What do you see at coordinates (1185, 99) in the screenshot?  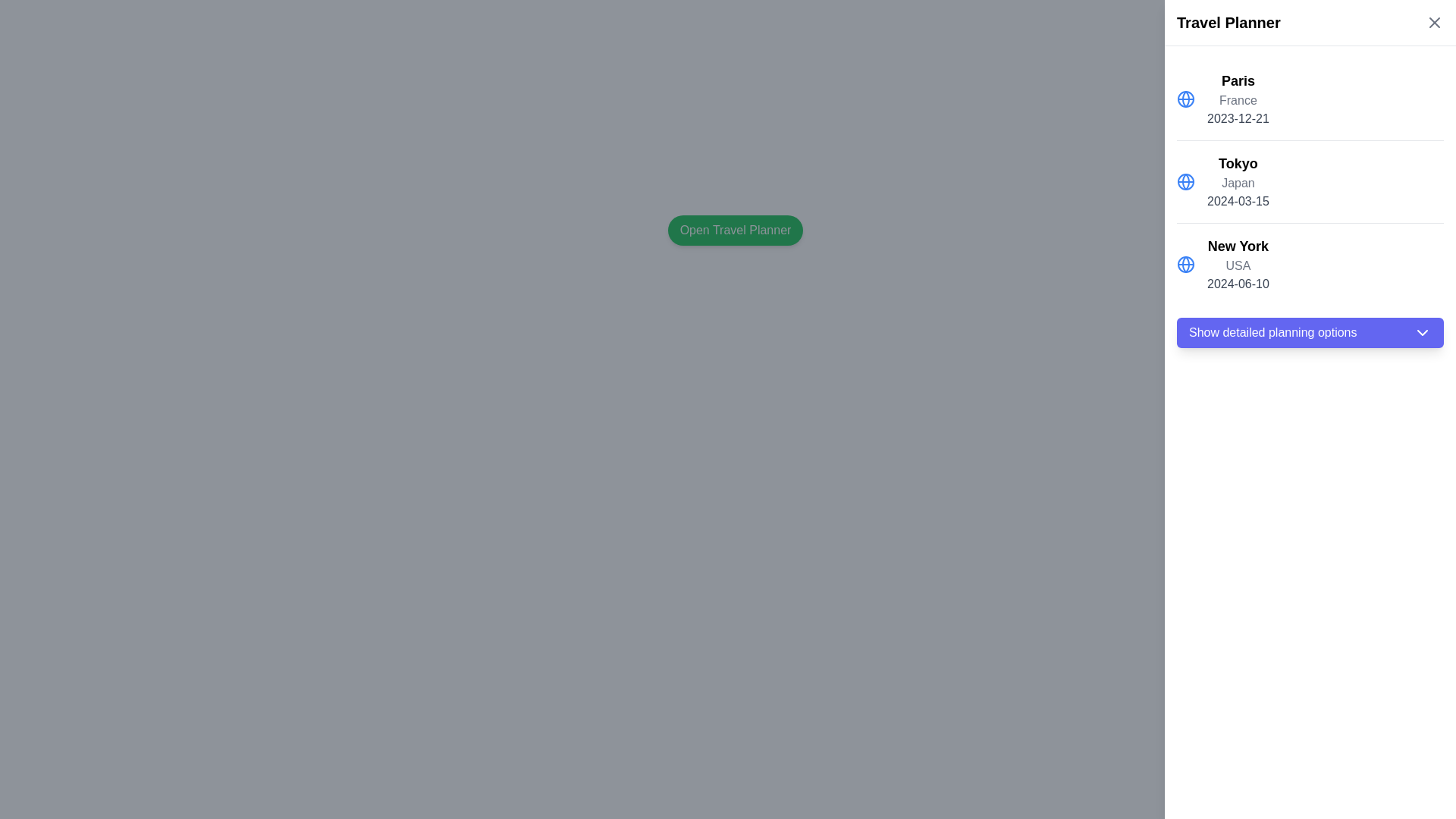 I see `the globe icon styled with a blue color located at the beginning of the list element labeled 'Paris' in the travel planner UI` at bounding box center [1185, 99].